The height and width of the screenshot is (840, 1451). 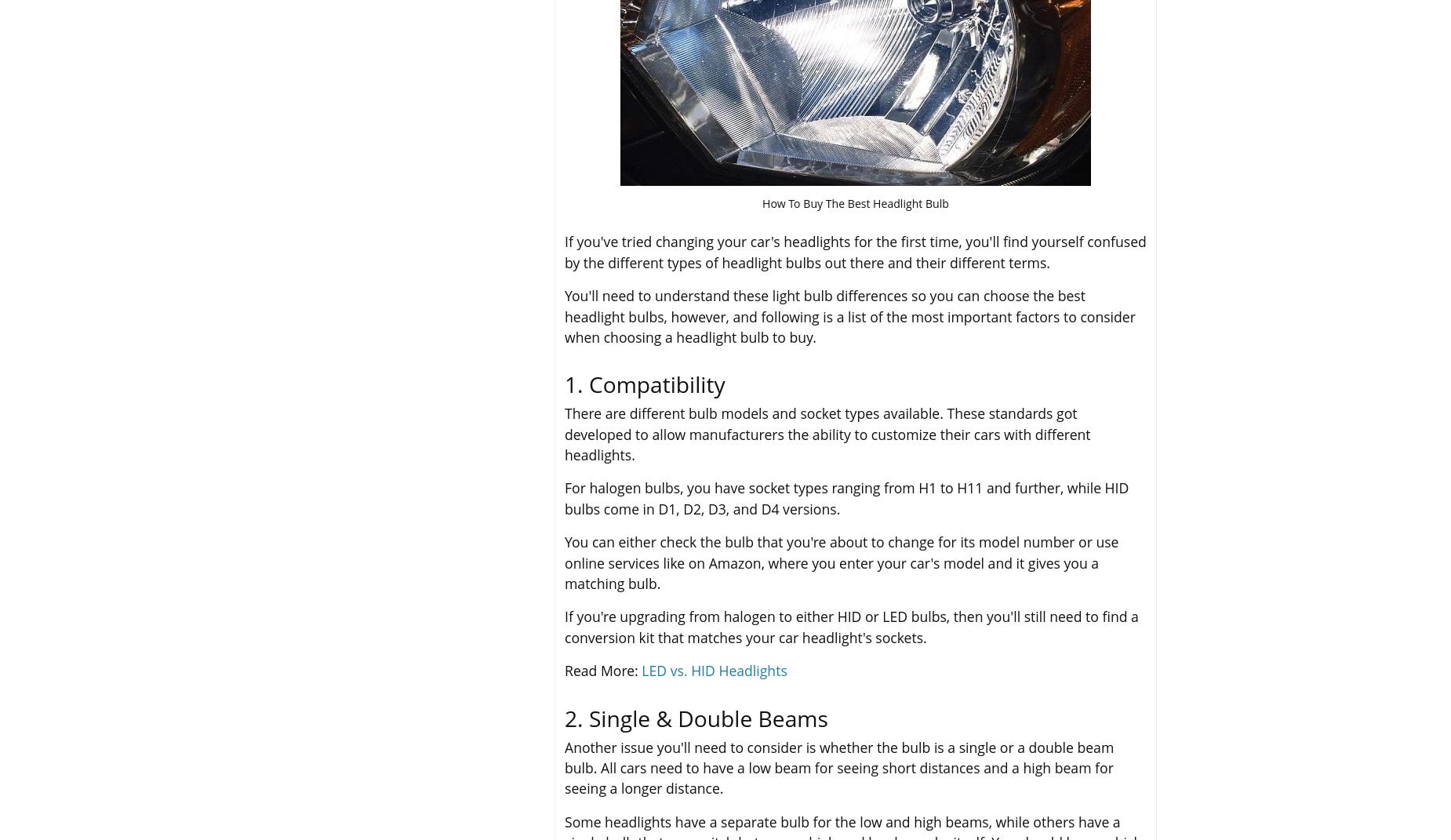 I want to click on 'If you've tried changing your car's headlights for the first time, you'll find yourself confused by the different types of headlight bulbs out there and their different terms.', so click(x=854, y=250).